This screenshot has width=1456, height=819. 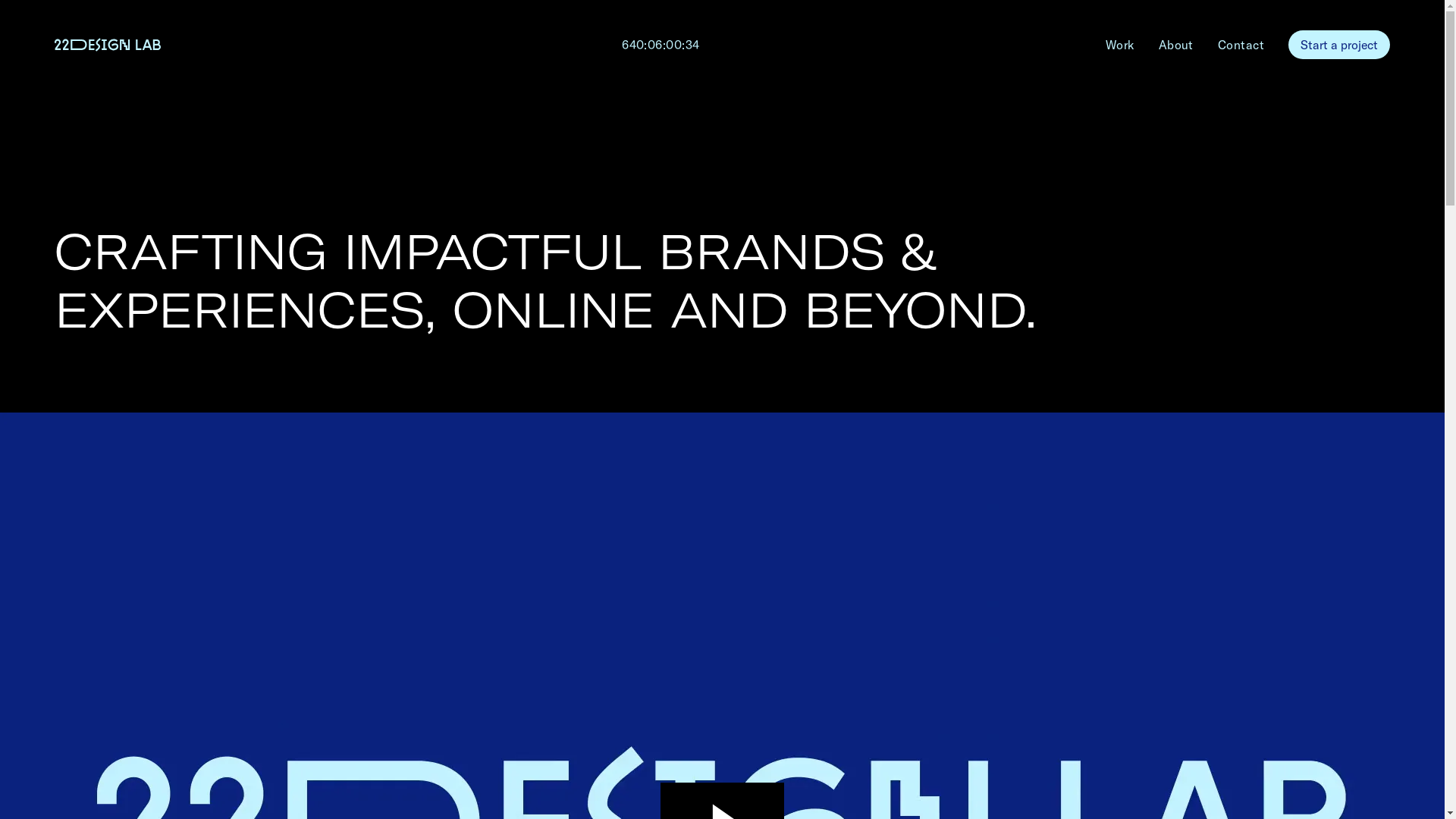 What do you see at coordinates (1175, 43) in the screenshot?
I see `'About'` at bounding box center [1175, 43].